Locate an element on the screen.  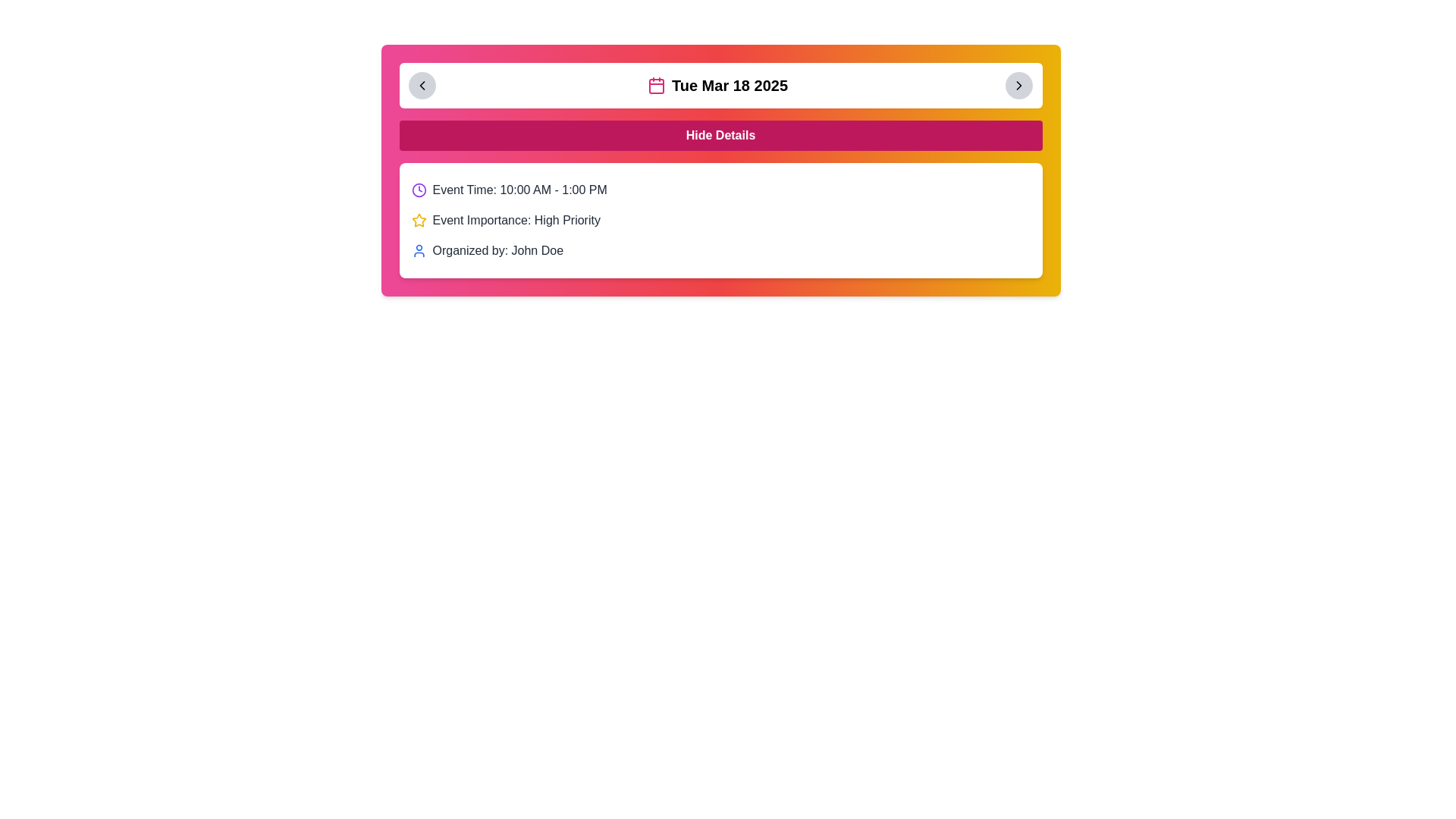
the high priority icon located to the left of the text label 'Event Importance: High Priority' is located at coordinates (419, 220).